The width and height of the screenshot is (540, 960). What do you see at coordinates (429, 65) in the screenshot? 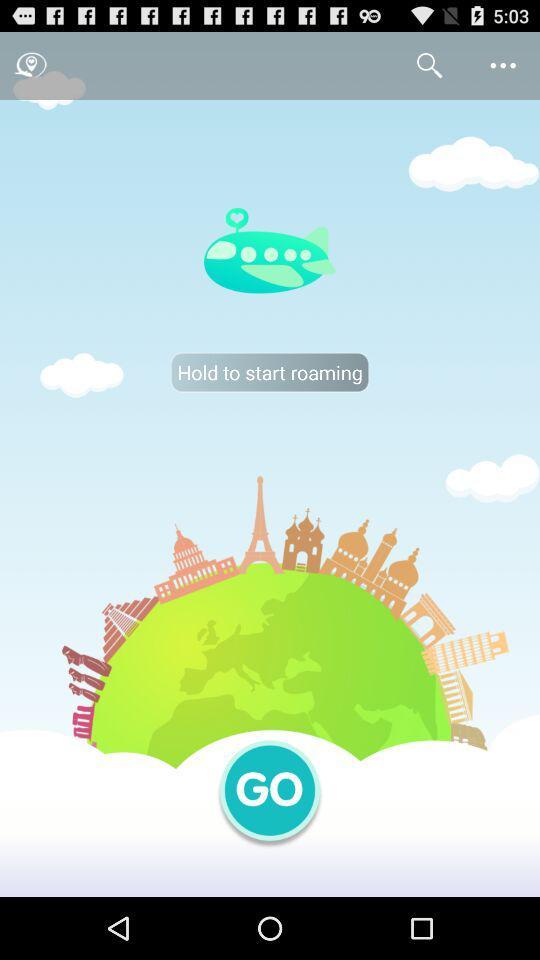
I see `search icon beside three horizontal dots` at bounding box center [429, 65].